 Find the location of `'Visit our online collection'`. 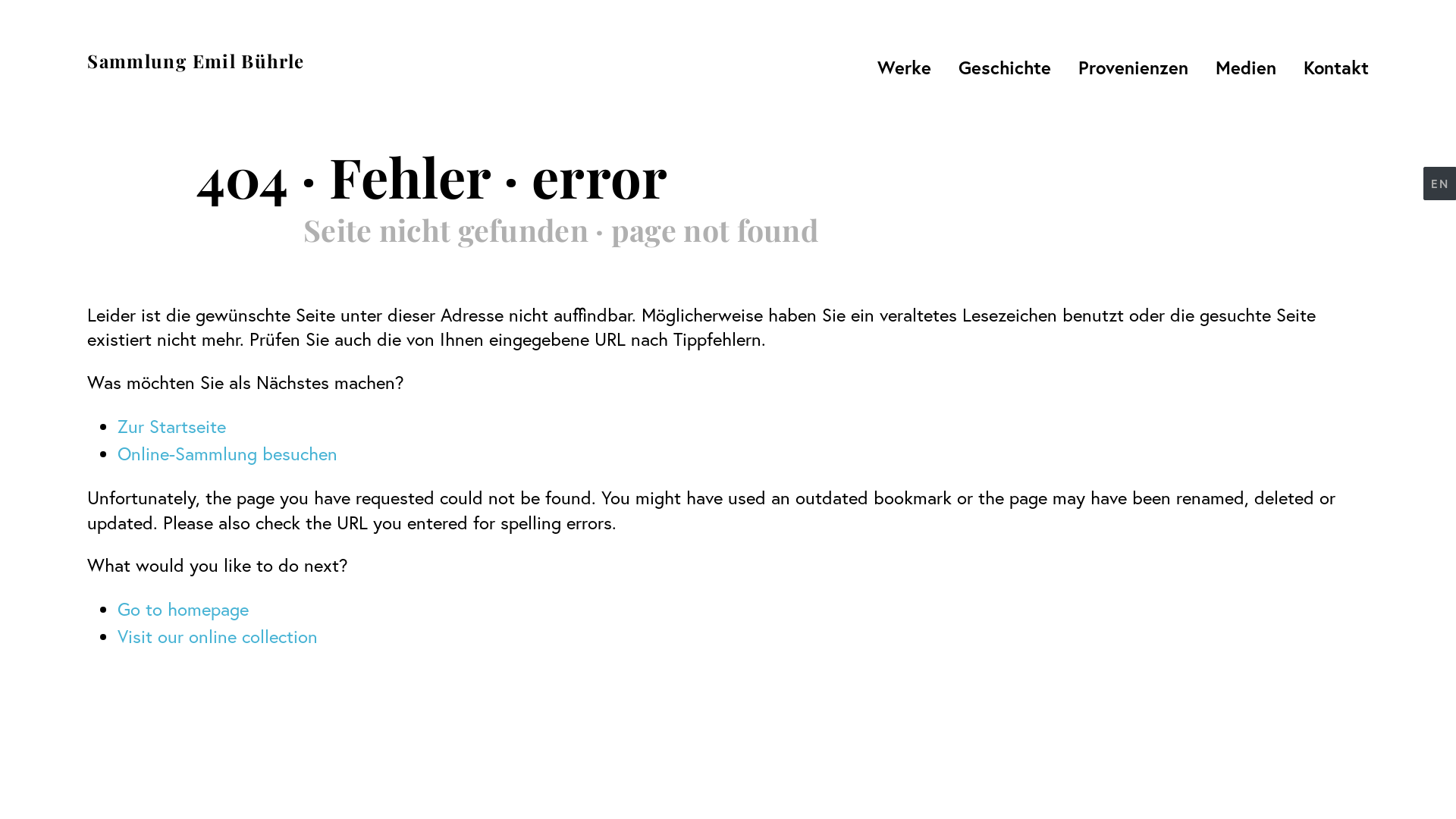

'Visit our online collection' is located at coordinates (217, 636).